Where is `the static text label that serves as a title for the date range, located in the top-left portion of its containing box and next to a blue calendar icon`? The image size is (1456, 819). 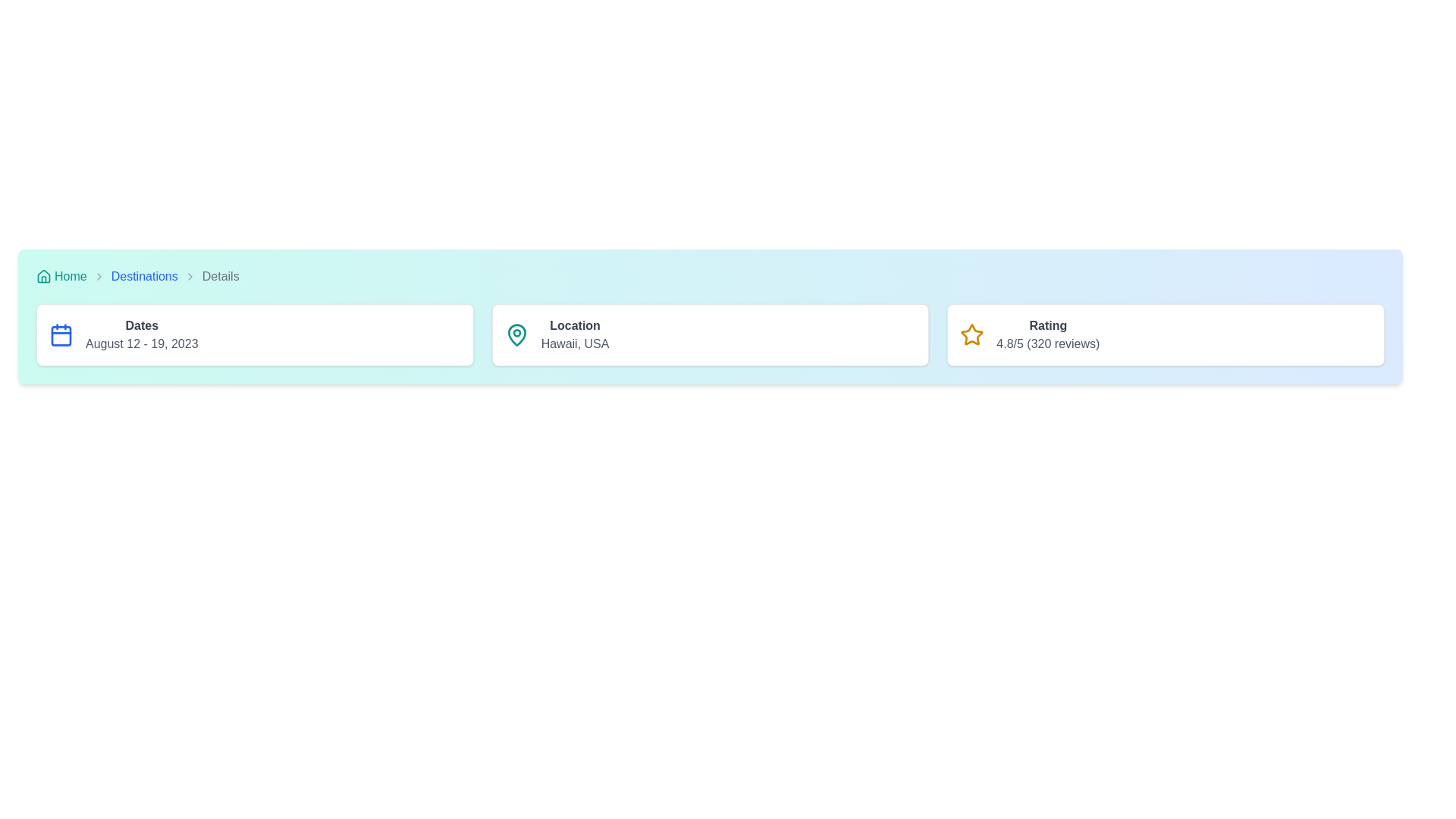
the static text label that serves as a title for the date range, located in the top-left portion of its containing box and next to a blue calendar icon is located at coordinates (142, 325).